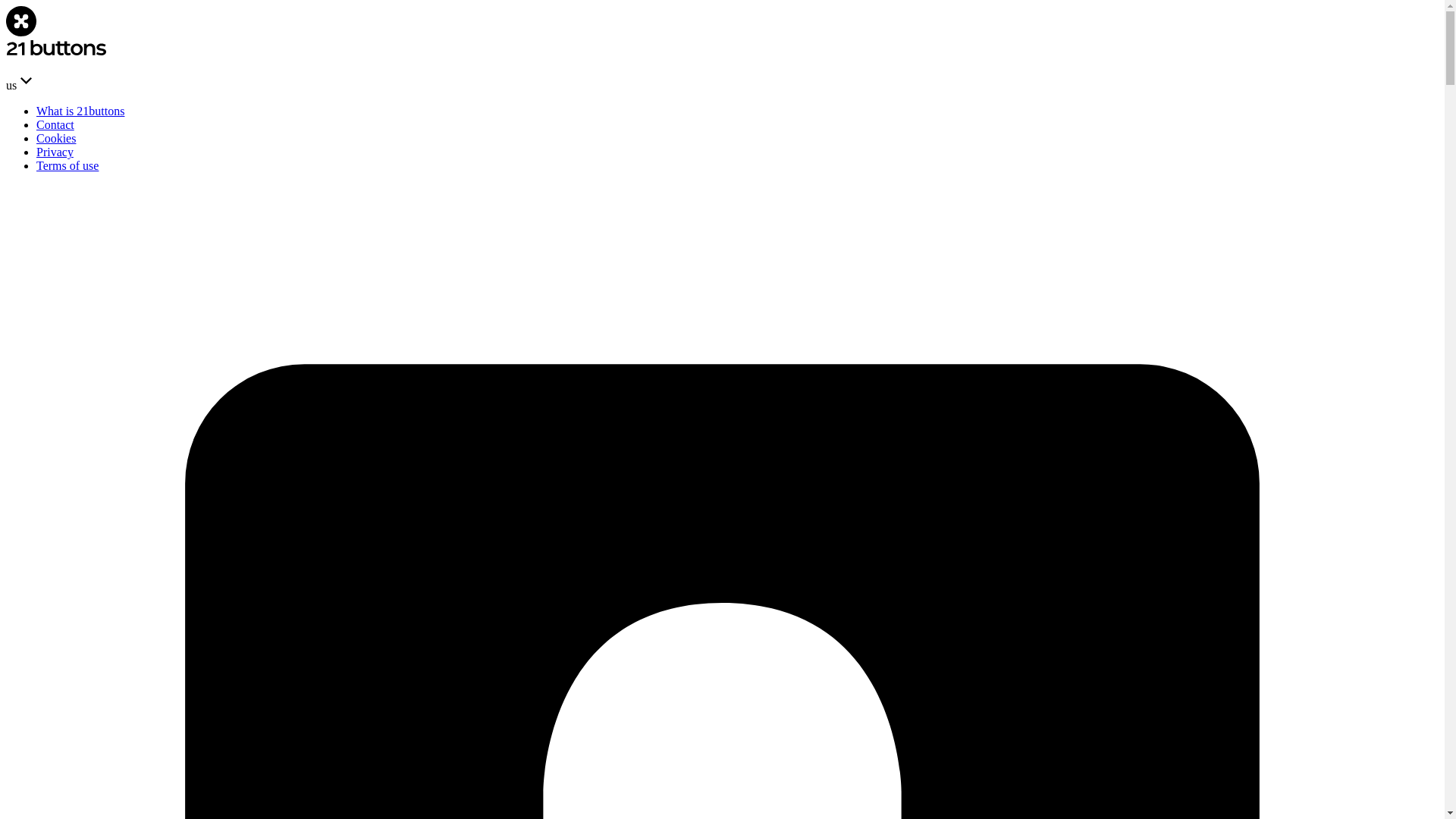 Image resolution: width=1456 pixels, height=819 pixels. Describe the element at coordinates (55, 138) in the screenshot. I see `'Cookies'` at that location.